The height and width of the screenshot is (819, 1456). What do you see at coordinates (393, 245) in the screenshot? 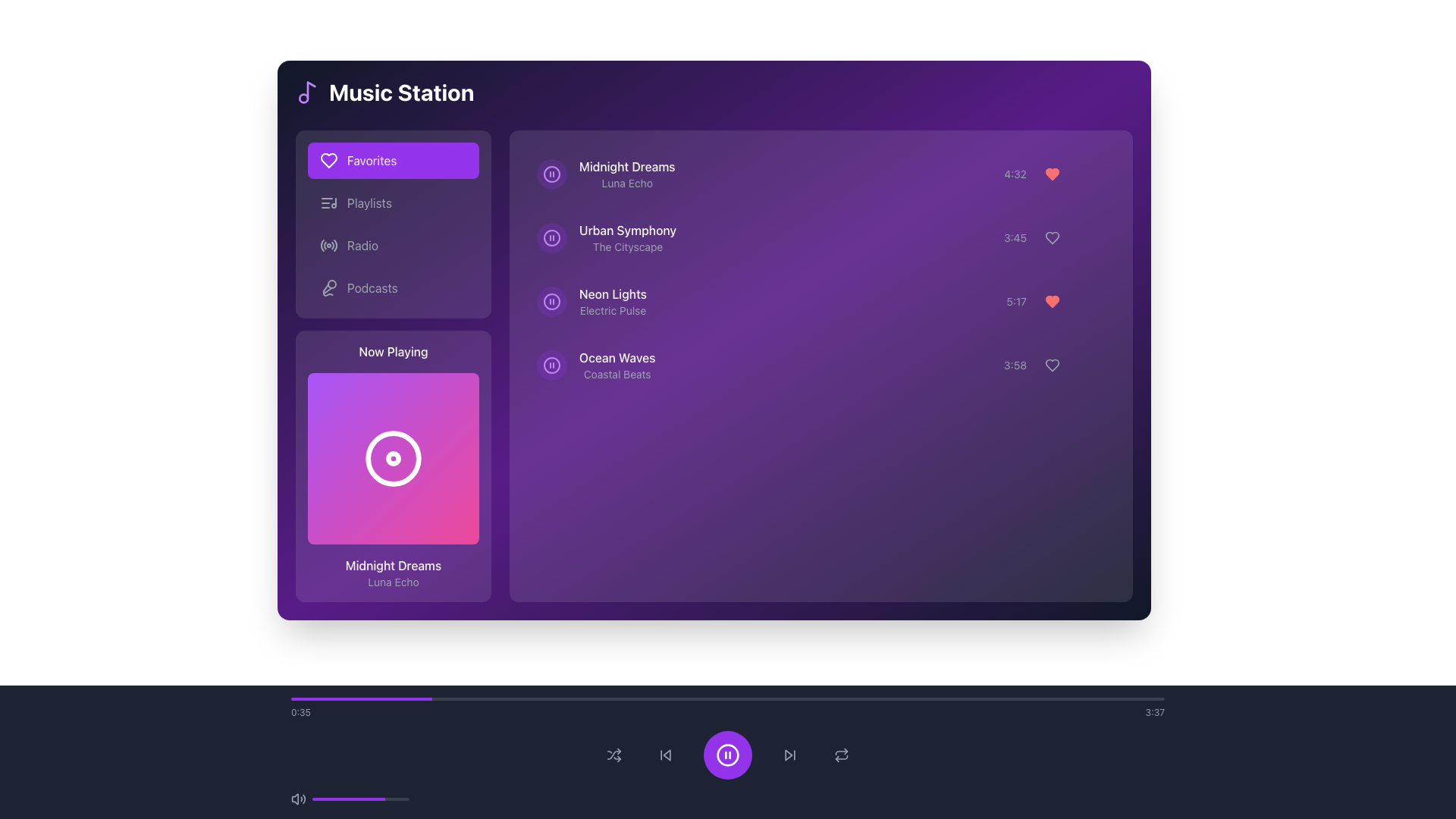
I see `the 'Radio' button in the vertical menu on the left side` at bounding box center [393, 245].